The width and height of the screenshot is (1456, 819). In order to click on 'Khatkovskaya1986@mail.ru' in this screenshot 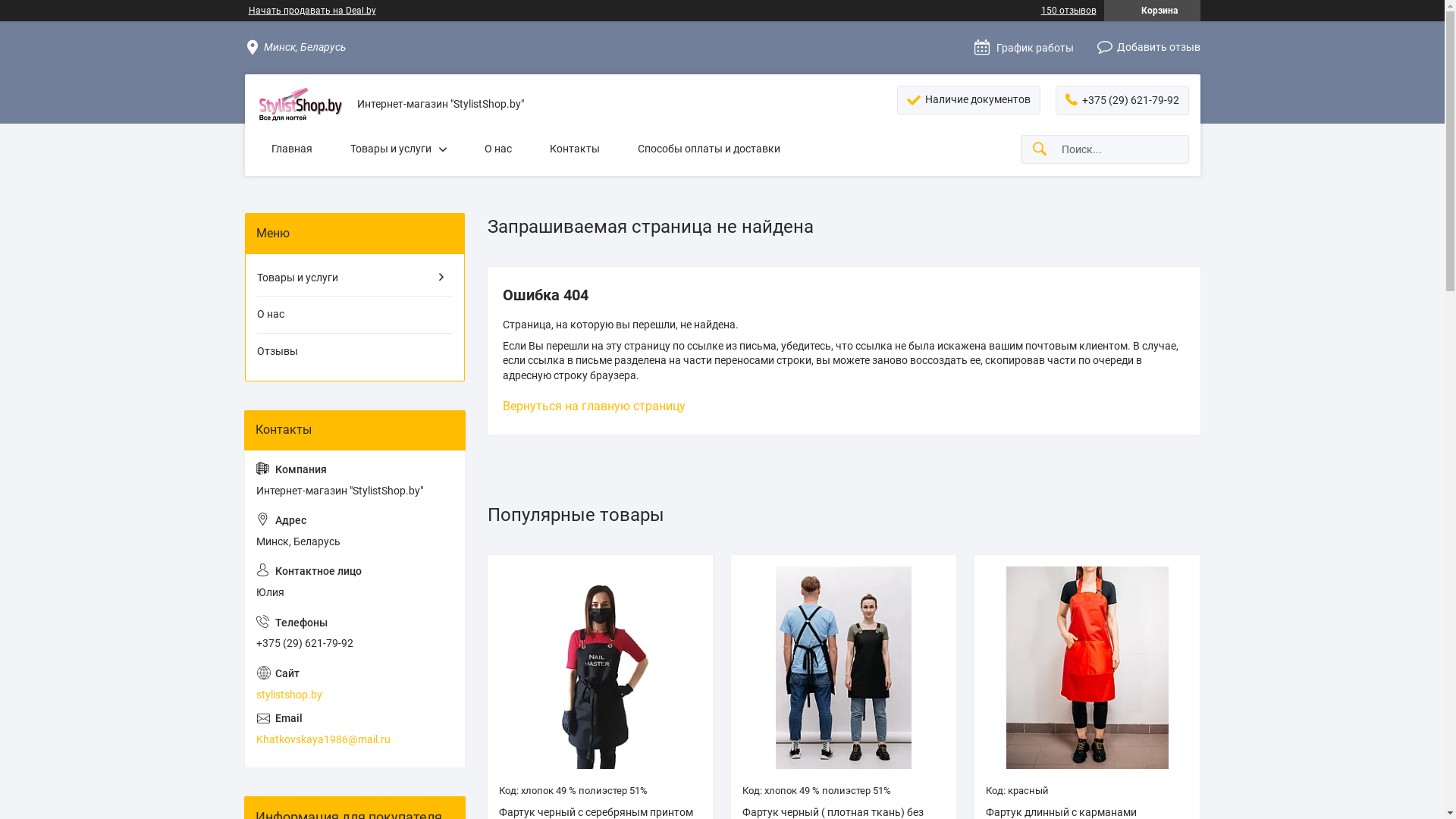, I will do `click(354, 728)`.